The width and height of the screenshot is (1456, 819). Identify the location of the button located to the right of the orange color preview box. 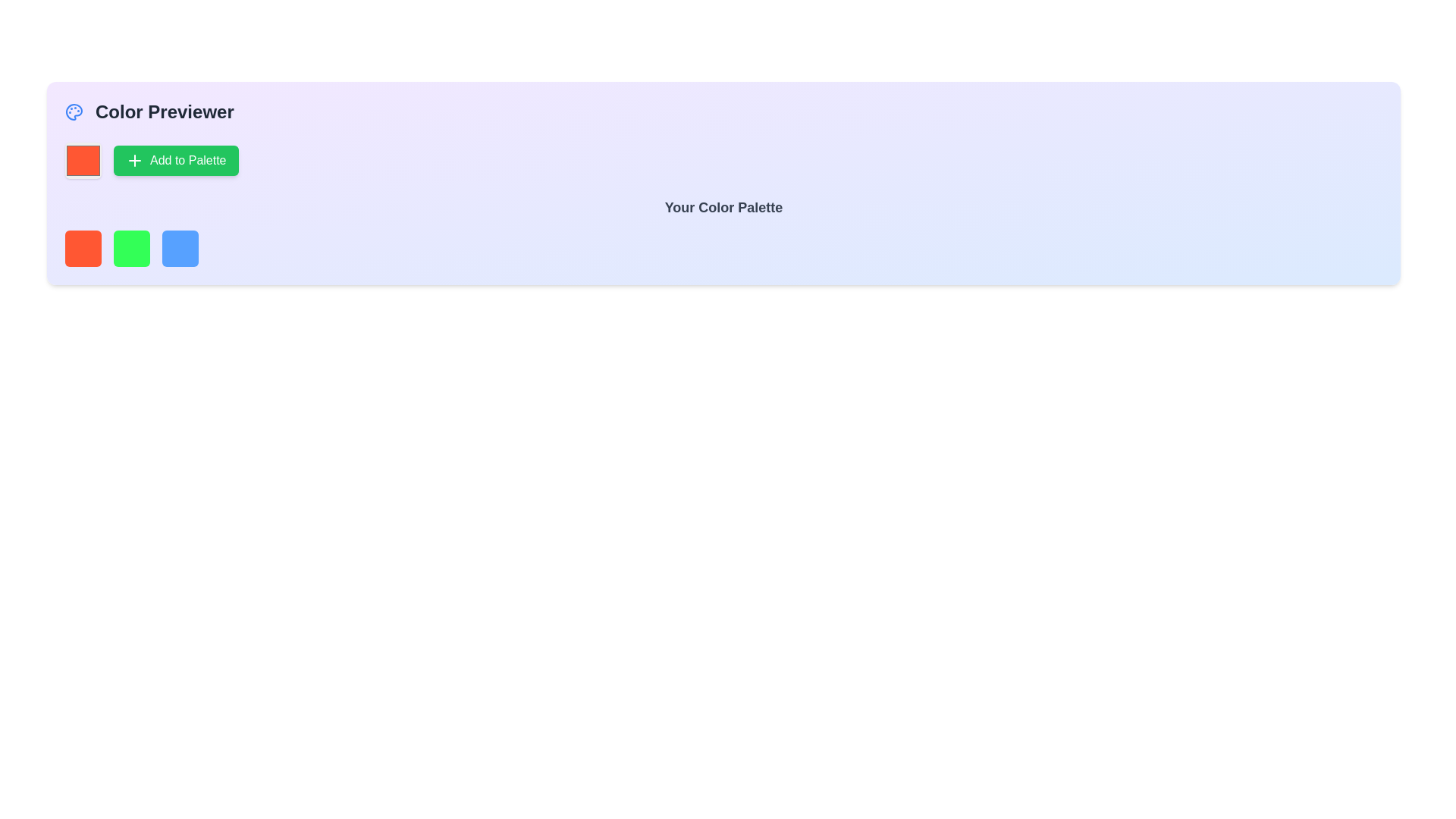
(175, 161).